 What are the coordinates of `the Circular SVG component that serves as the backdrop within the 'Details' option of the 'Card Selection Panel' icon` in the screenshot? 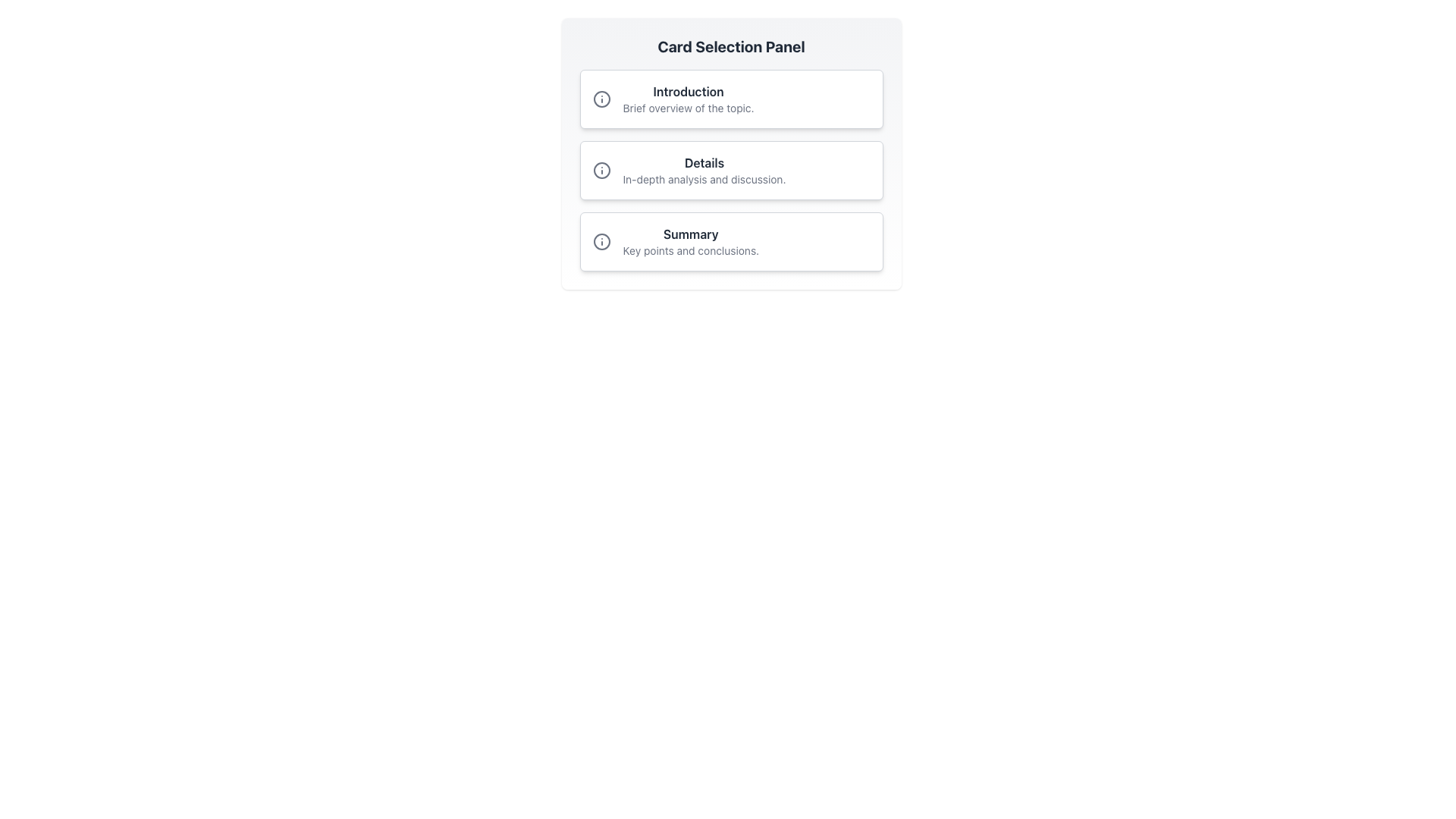 It's located at (601, 170).